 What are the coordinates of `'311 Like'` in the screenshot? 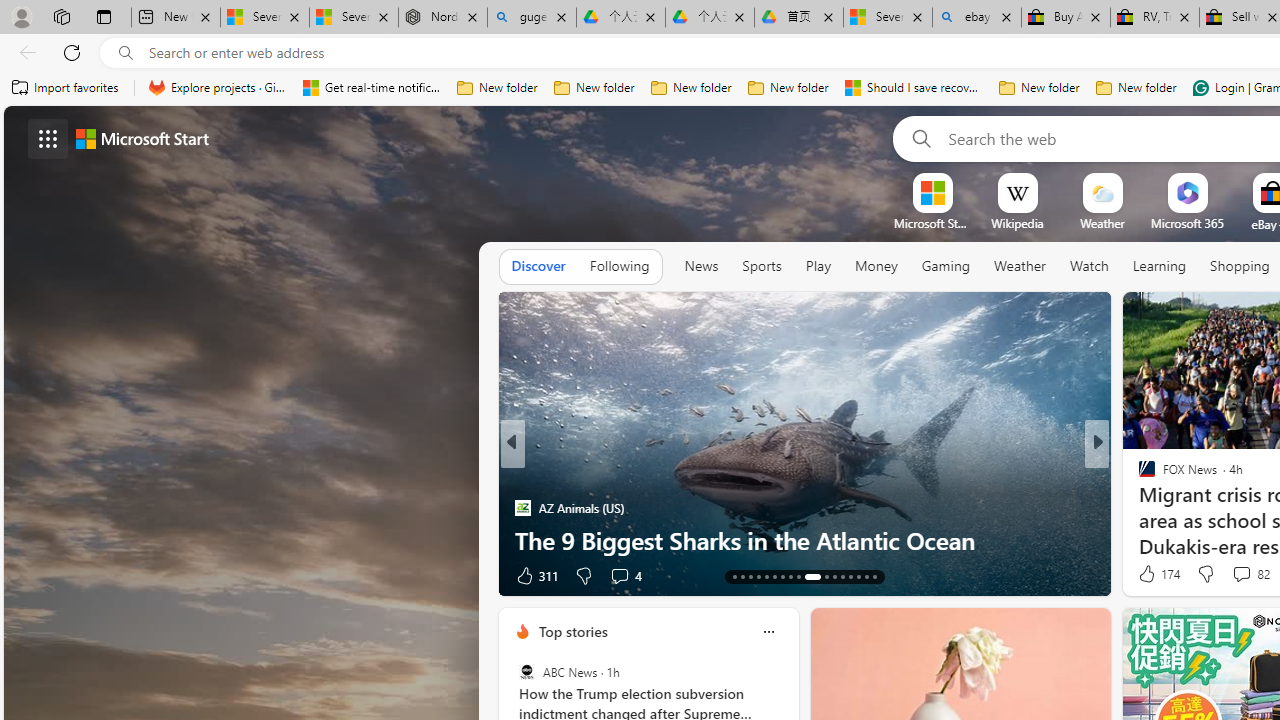 It's located at (535, 575).